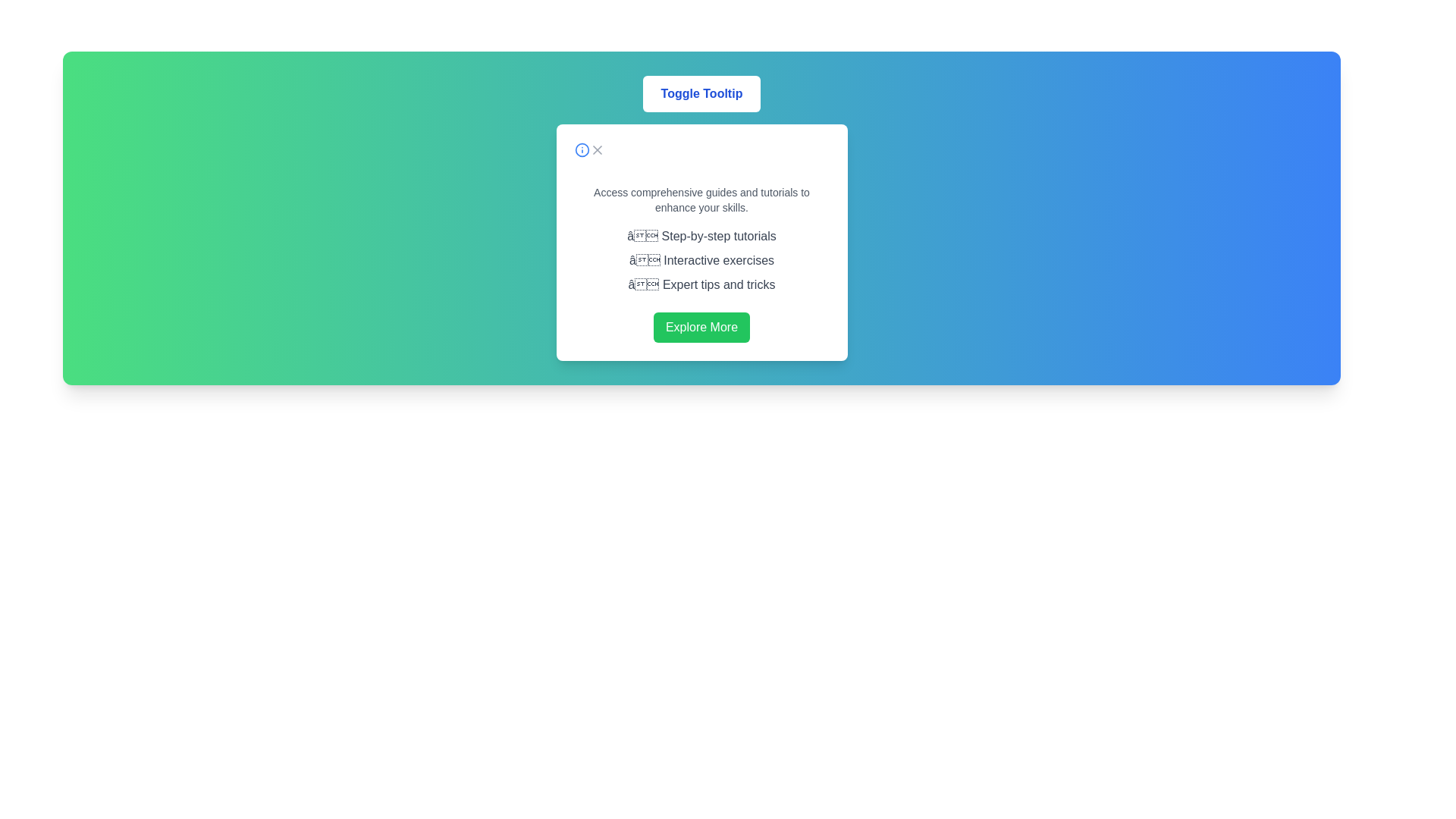  What do you see at coordinates (701, 237) in the screenshot?
I see `the static text element displaying '✔ Step-by-step tutorials' located at the top of a vertically aligned list within the modal popup` at bounding box center [701, 237].